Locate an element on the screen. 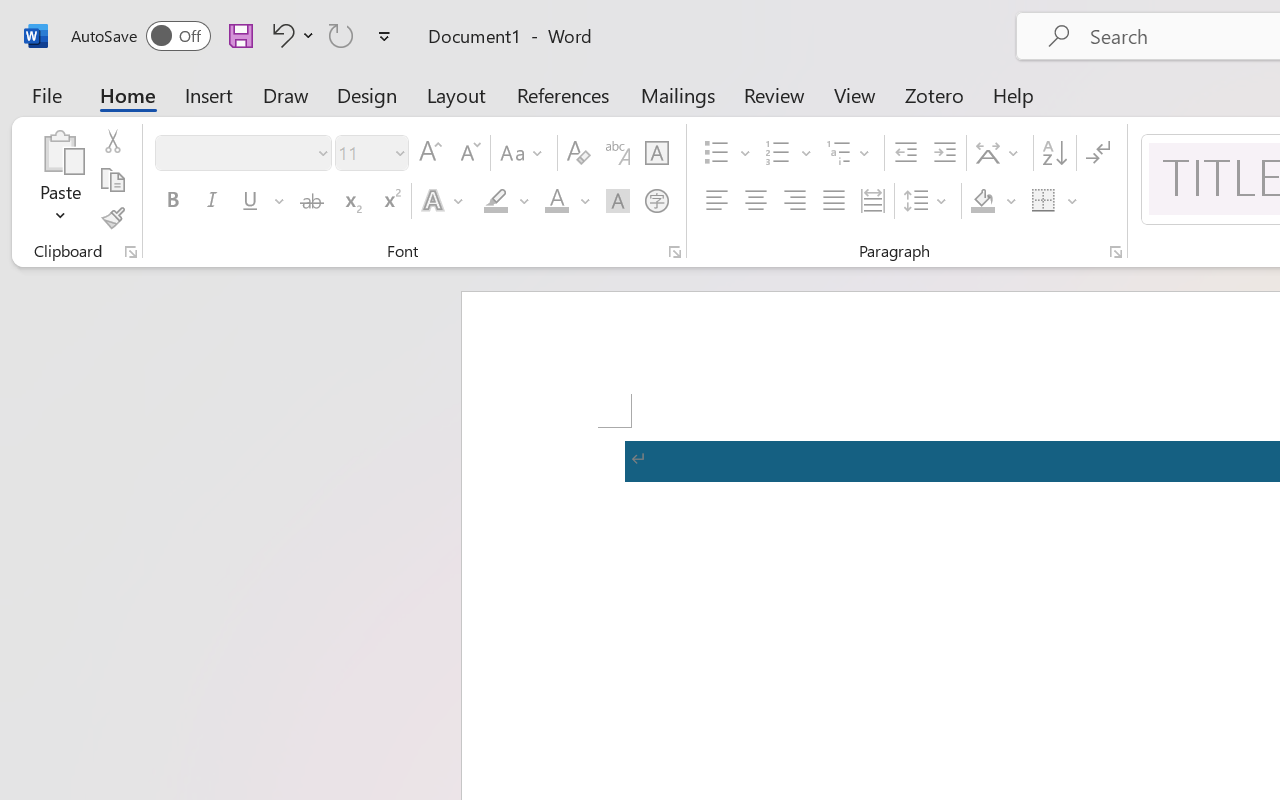 This screenshot has height=800, width=1280. 'Font Color RGB(255, 0, 0)' is located at coordinates (556, 201).